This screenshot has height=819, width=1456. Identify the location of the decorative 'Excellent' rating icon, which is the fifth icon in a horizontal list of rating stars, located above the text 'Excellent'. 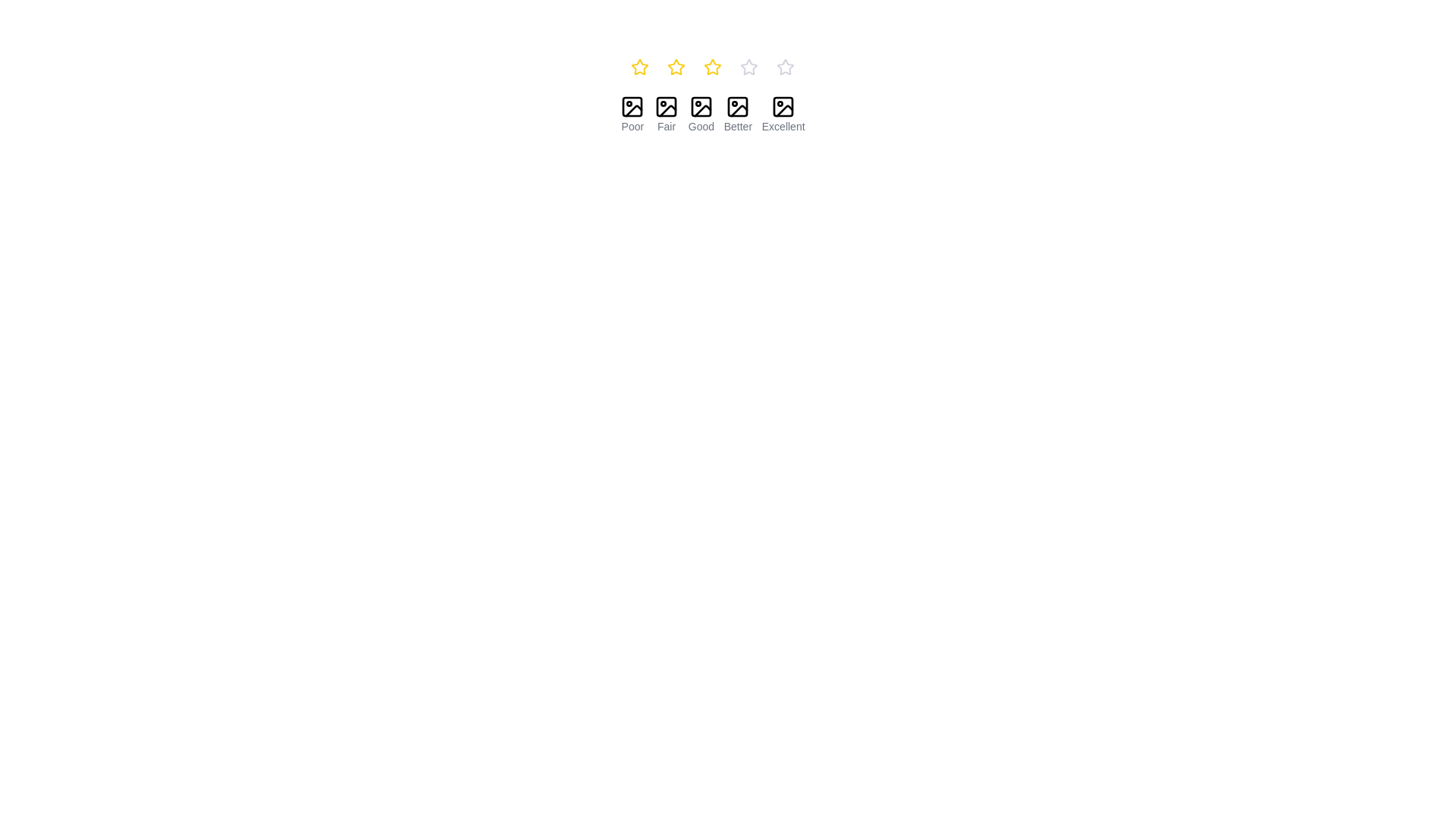
(783, 106).